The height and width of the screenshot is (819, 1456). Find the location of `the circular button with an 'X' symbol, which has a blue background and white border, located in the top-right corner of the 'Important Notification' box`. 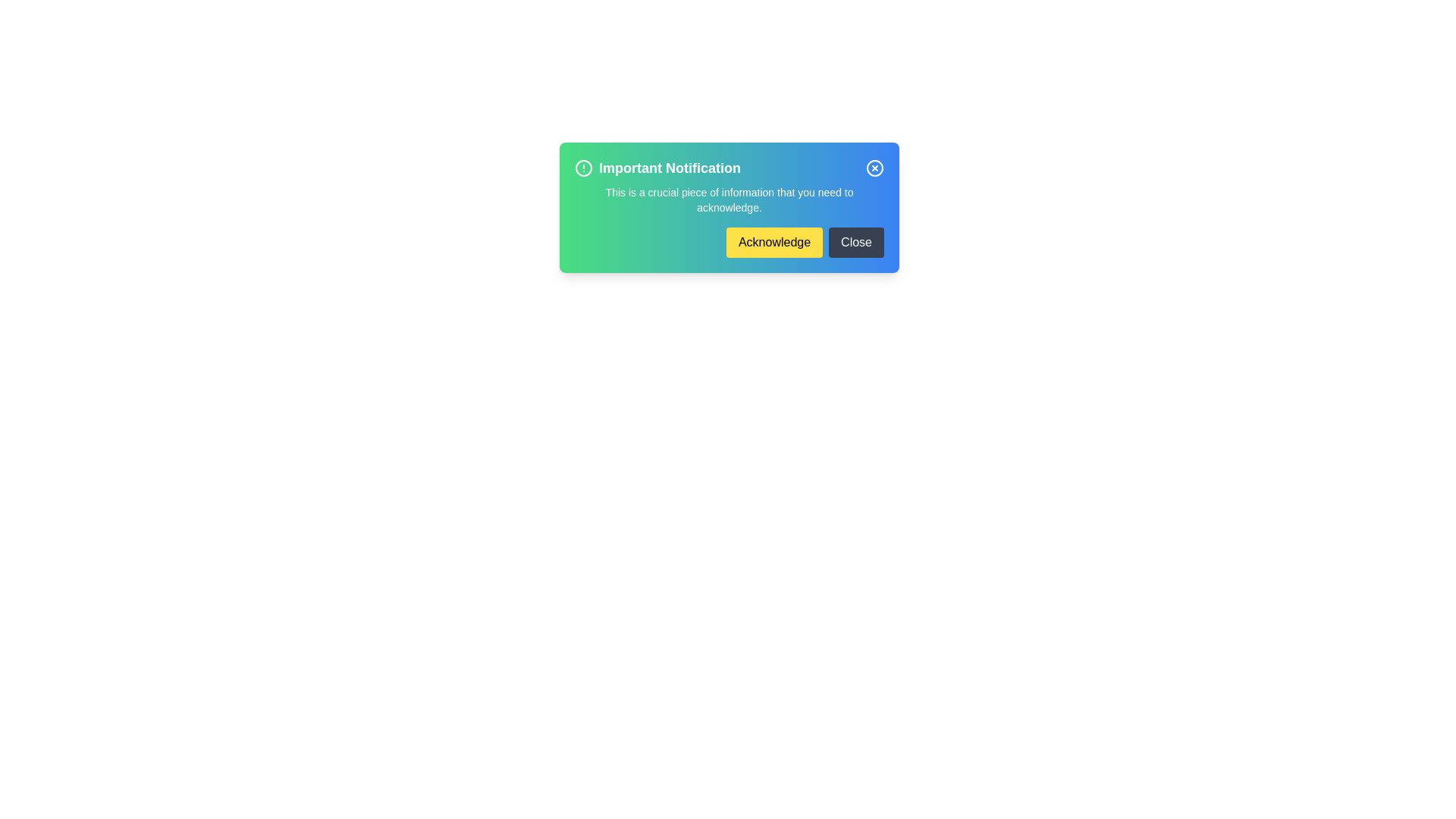

the circular button with an 'X' symbol, which has a blue background and white border, located in the top-right corner of the 'Important Notification' box is located at coordinates (874, 168).